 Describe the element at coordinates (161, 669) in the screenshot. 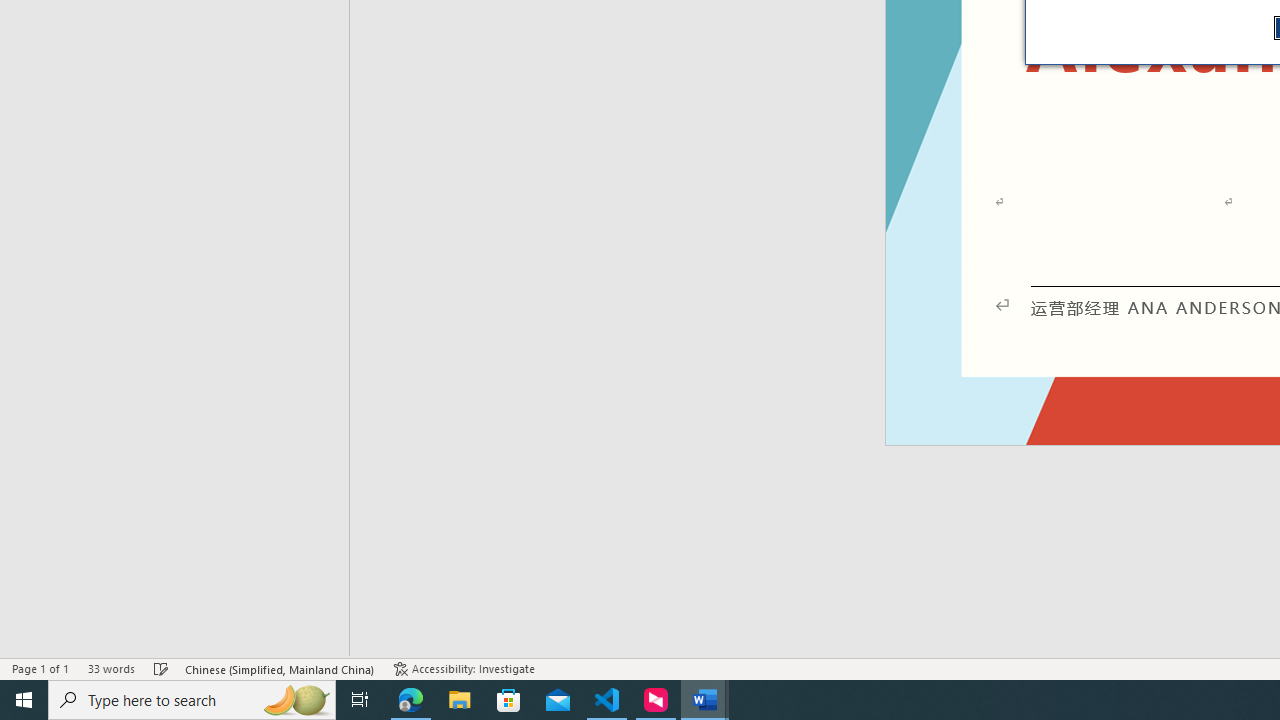

I see `'Spelling and Grammar Check Checking'` at that location.